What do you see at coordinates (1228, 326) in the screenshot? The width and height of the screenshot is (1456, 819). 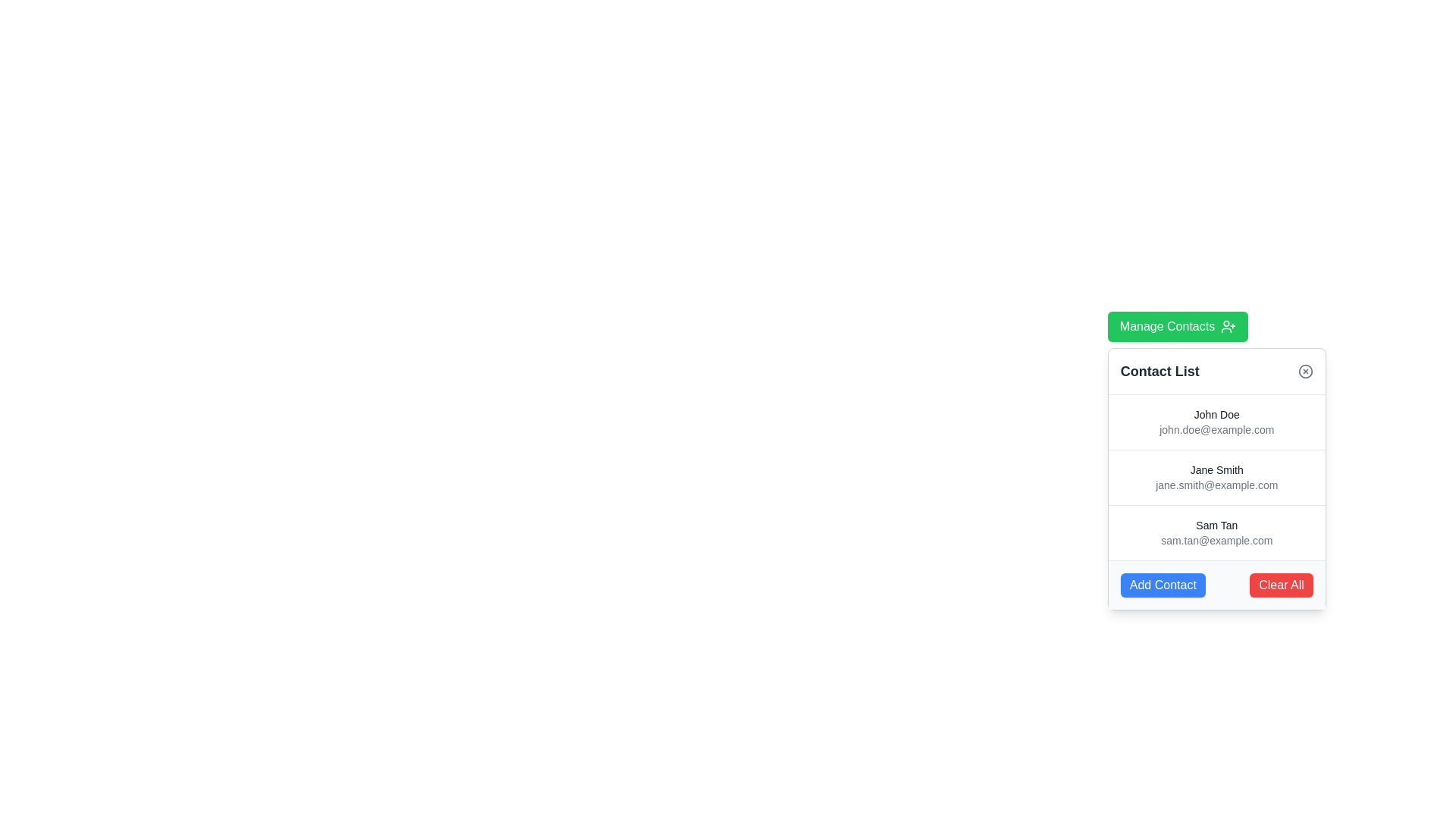 I see `the icon located at the rightmost position of the green button labeled 'Manage Contacts' to initiate the action of adding a user or contact` at bounding box center [1228, 326].